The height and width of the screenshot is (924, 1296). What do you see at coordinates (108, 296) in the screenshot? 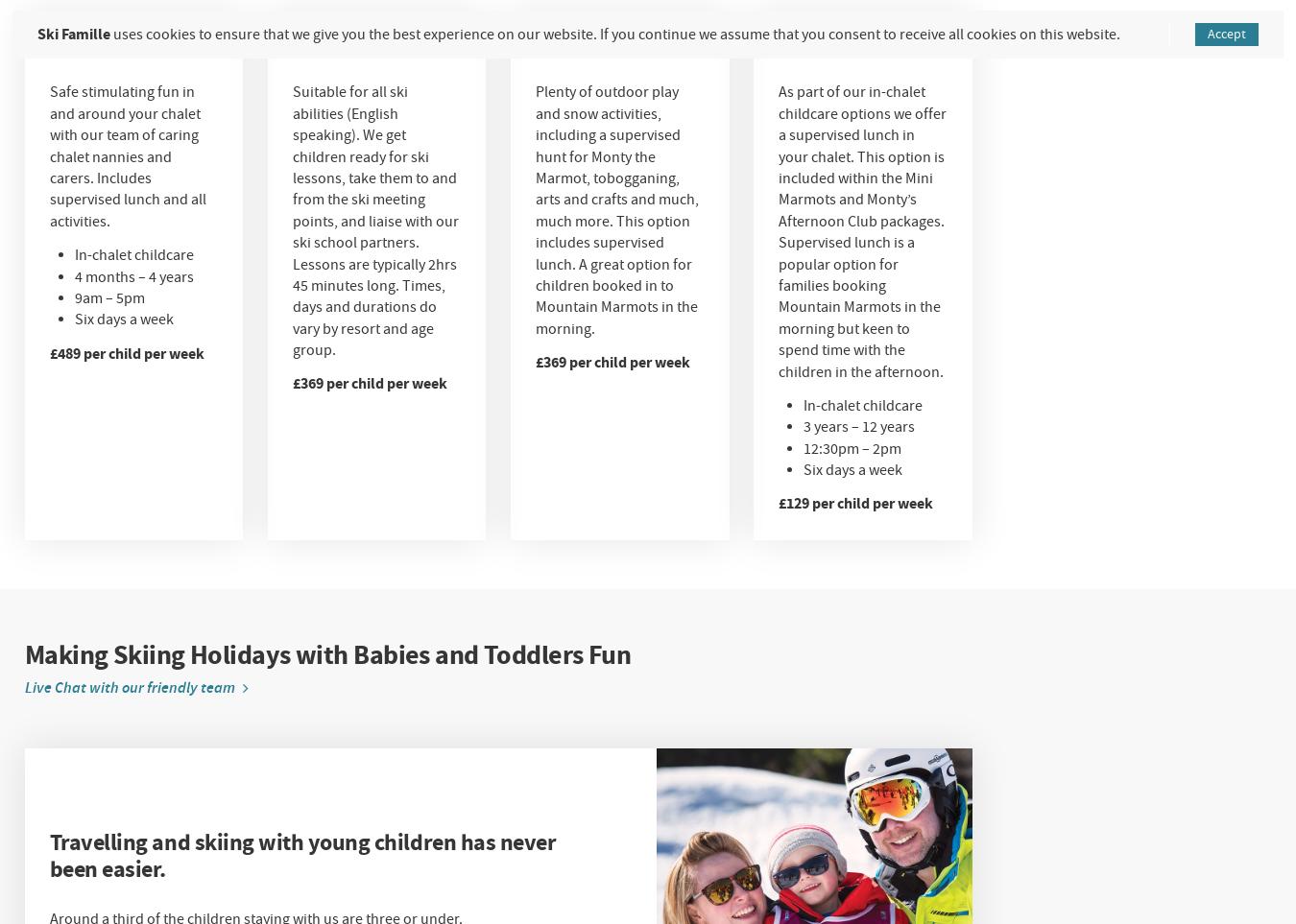
I see `'9am – 5pm'` at bounding box center [108, 296].